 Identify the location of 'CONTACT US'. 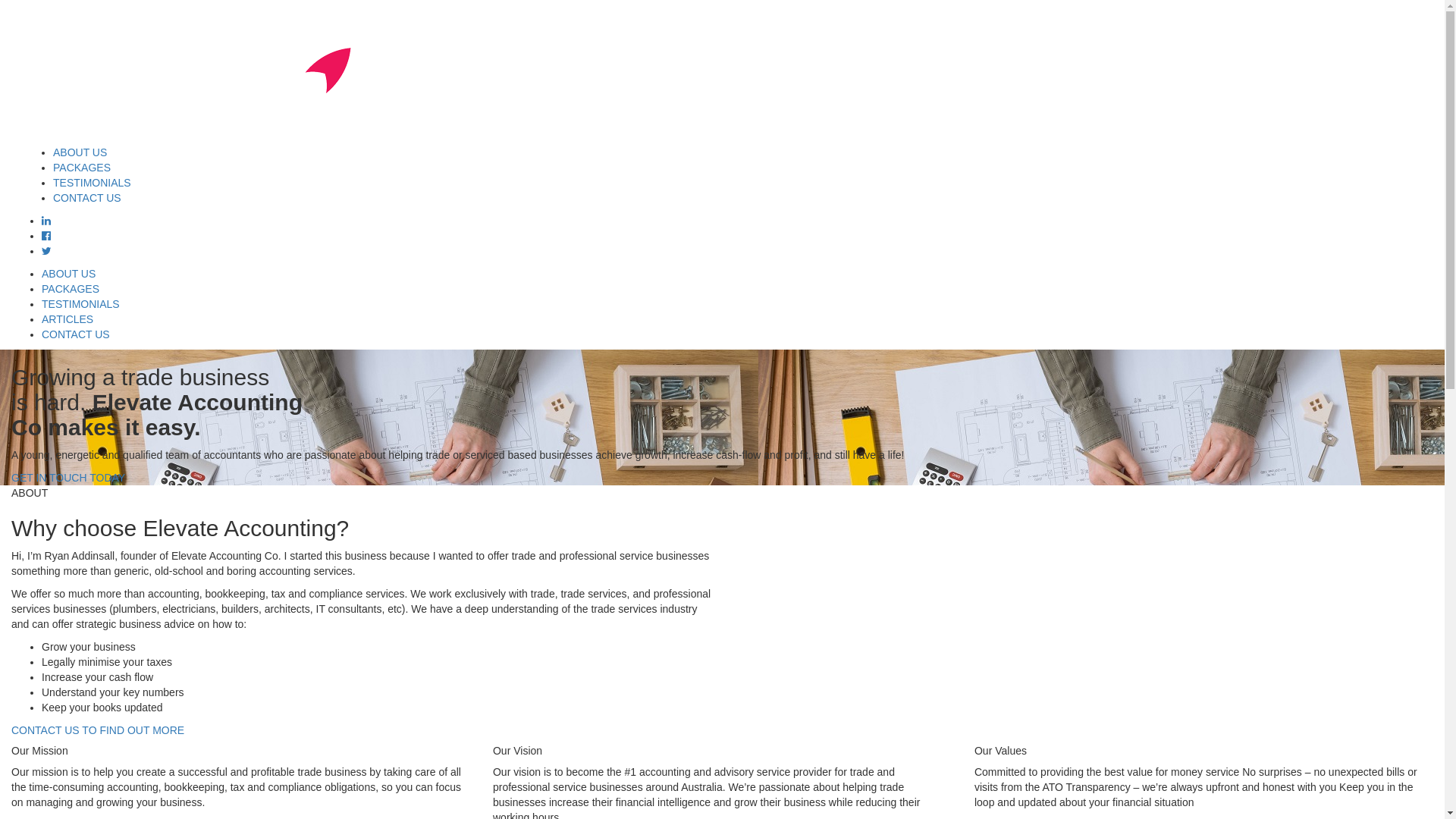
(75, 333).